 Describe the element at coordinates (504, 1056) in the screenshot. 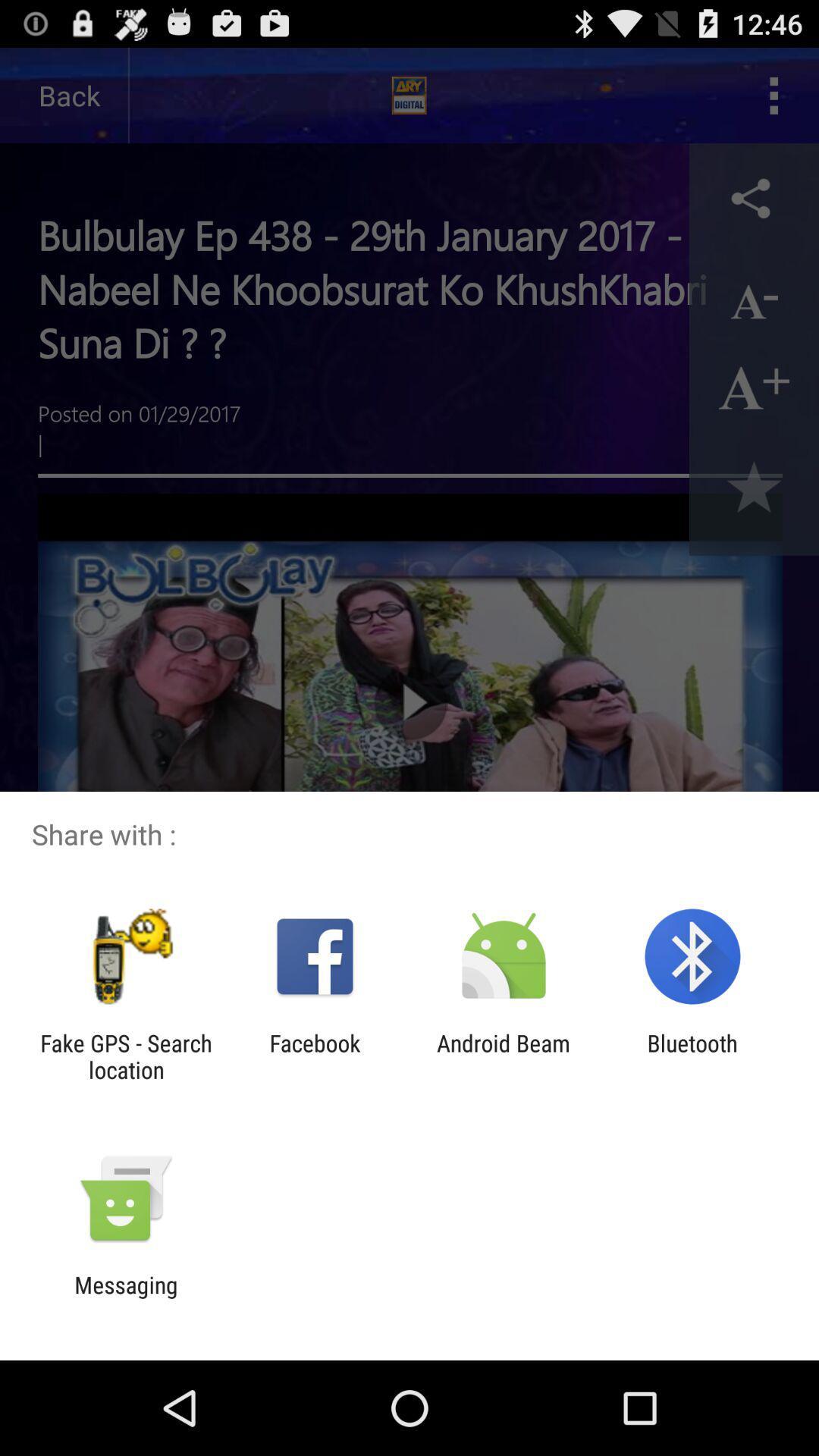

I see `the icon next to facebook item` at that location.